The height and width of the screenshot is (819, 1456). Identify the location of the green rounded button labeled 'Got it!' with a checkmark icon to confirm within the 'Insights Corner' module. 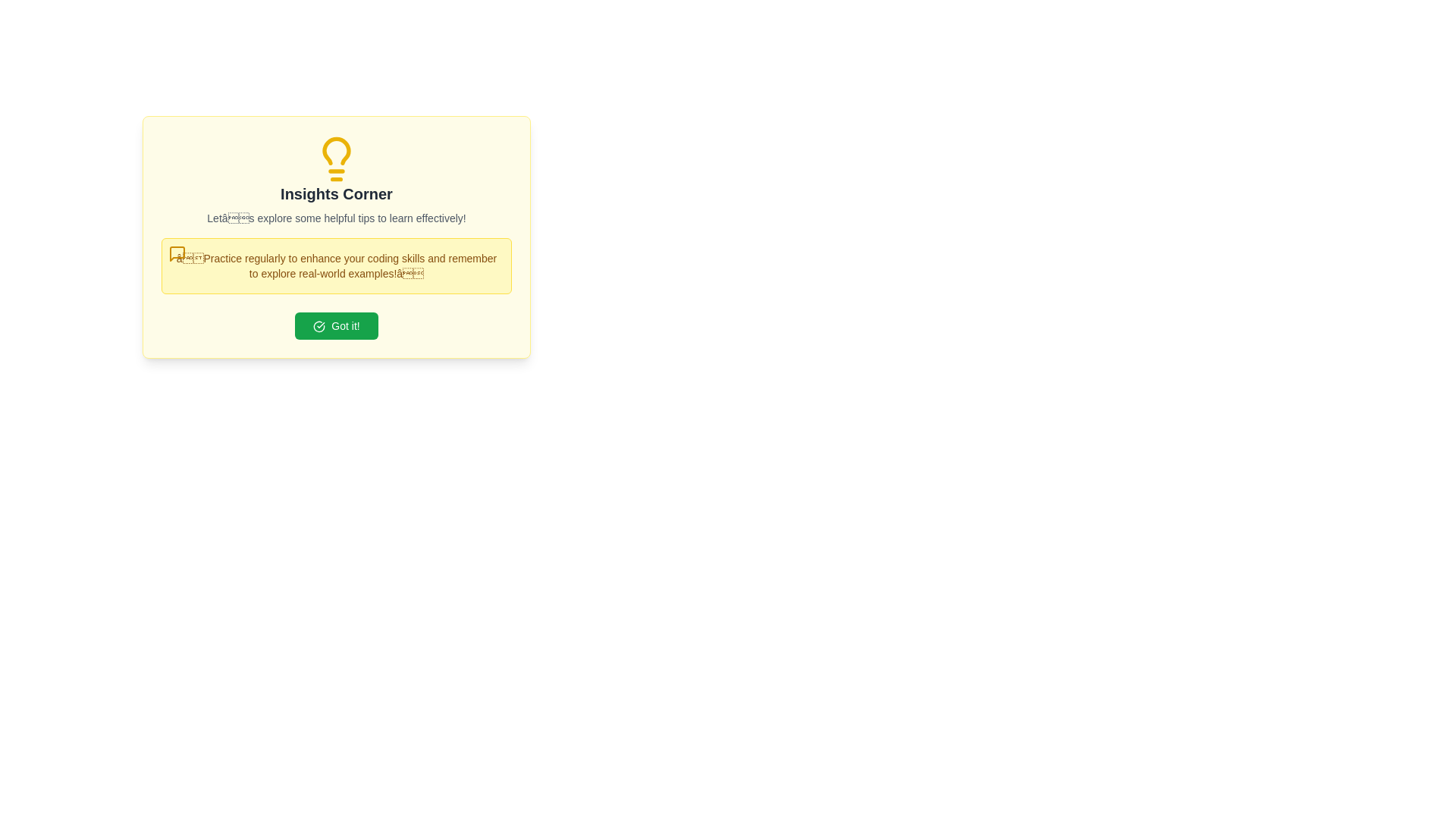
(335, 325).